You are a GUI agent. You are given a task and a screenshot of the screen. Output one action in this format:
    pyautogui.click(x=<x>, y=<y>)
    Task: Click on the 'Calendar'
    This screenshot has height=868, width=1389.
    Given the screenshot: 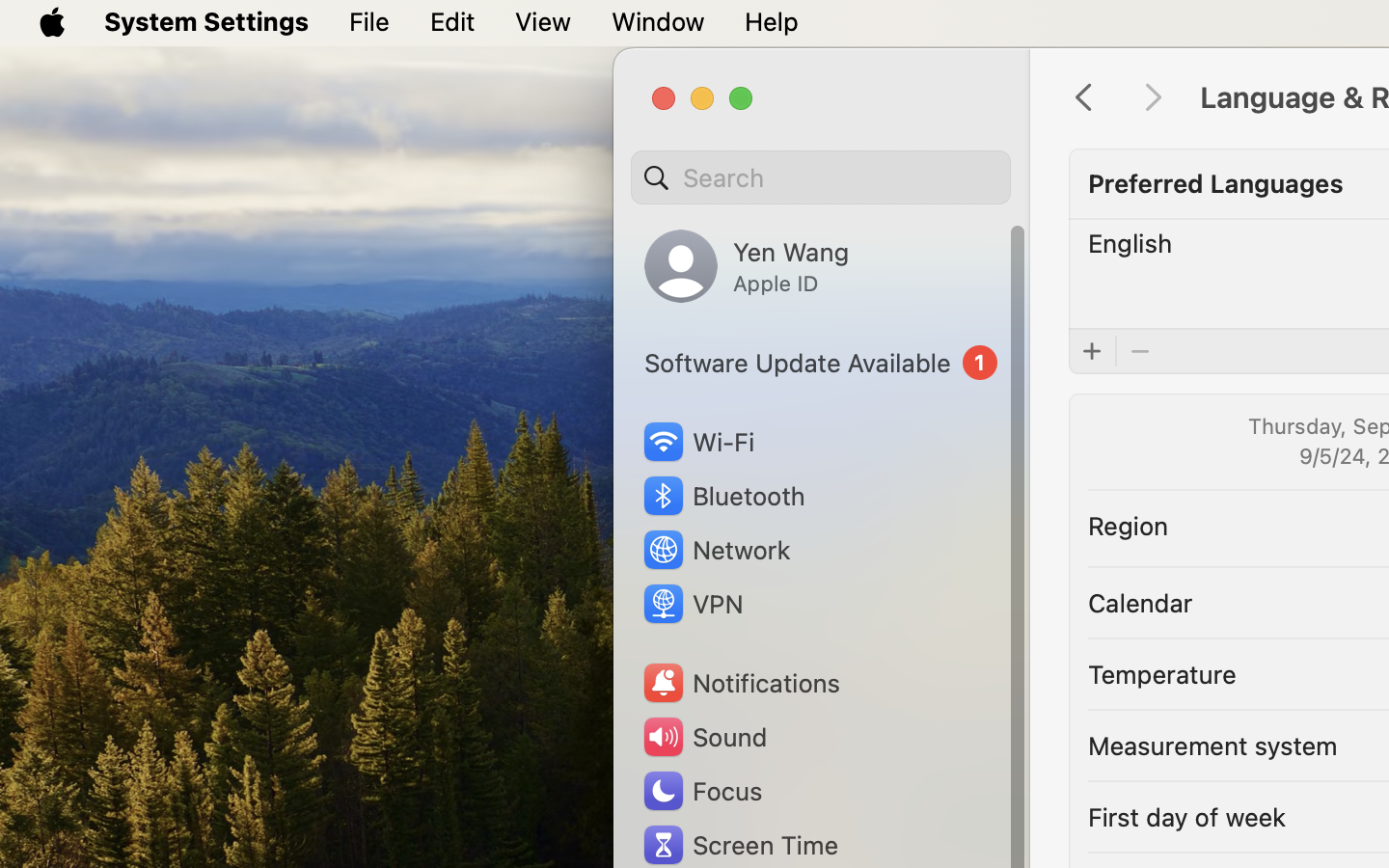 What is the action you would take?
    pyautogui.click(x=1139, y=601)
    